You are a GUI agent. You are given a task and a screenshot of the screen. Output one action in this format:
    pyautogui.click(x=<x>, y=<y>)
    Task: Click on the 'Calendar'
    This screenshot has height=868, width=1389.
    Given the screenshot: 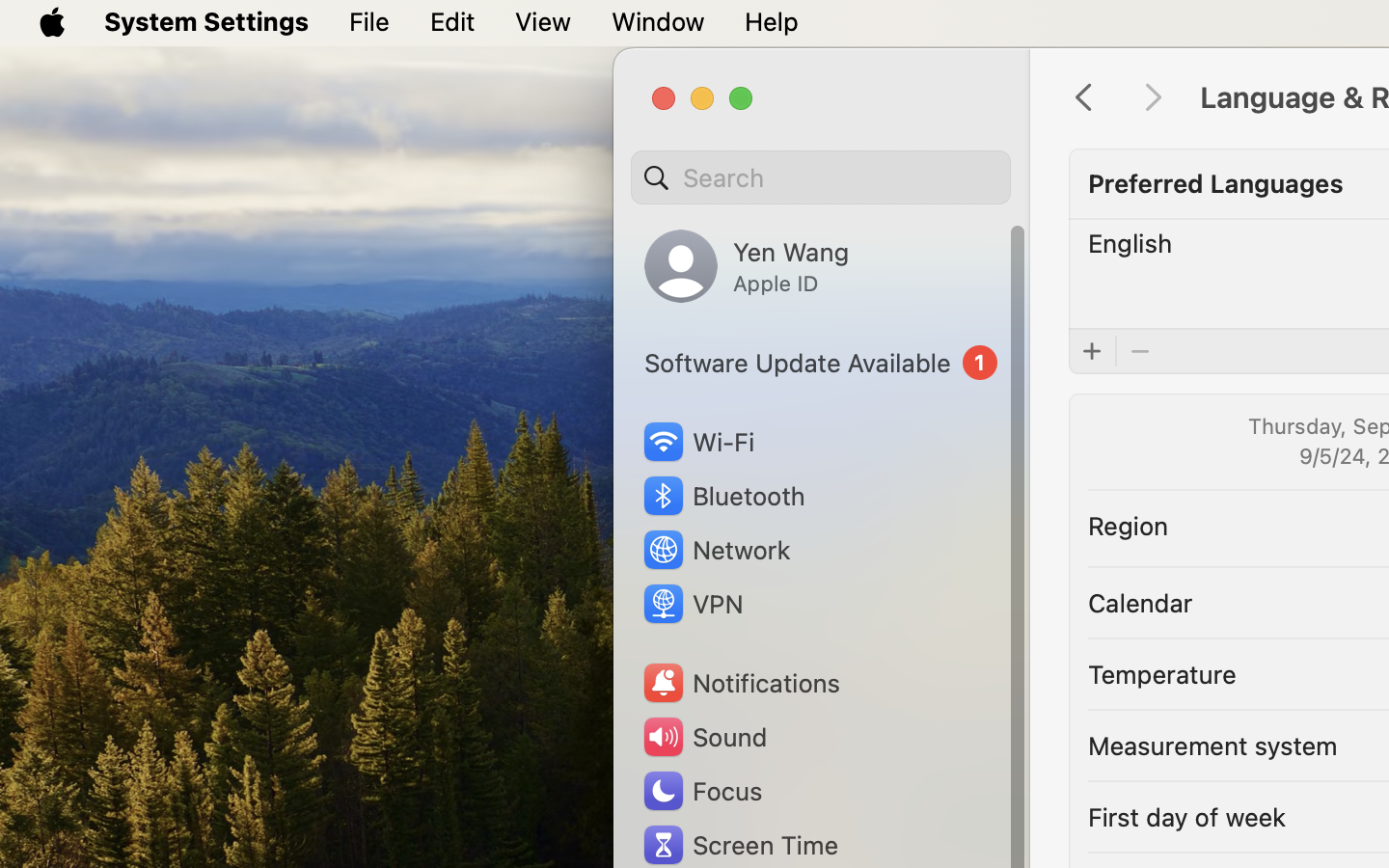 What is the action you would take?
    pyautogui.click(x=1139, y=601)
    